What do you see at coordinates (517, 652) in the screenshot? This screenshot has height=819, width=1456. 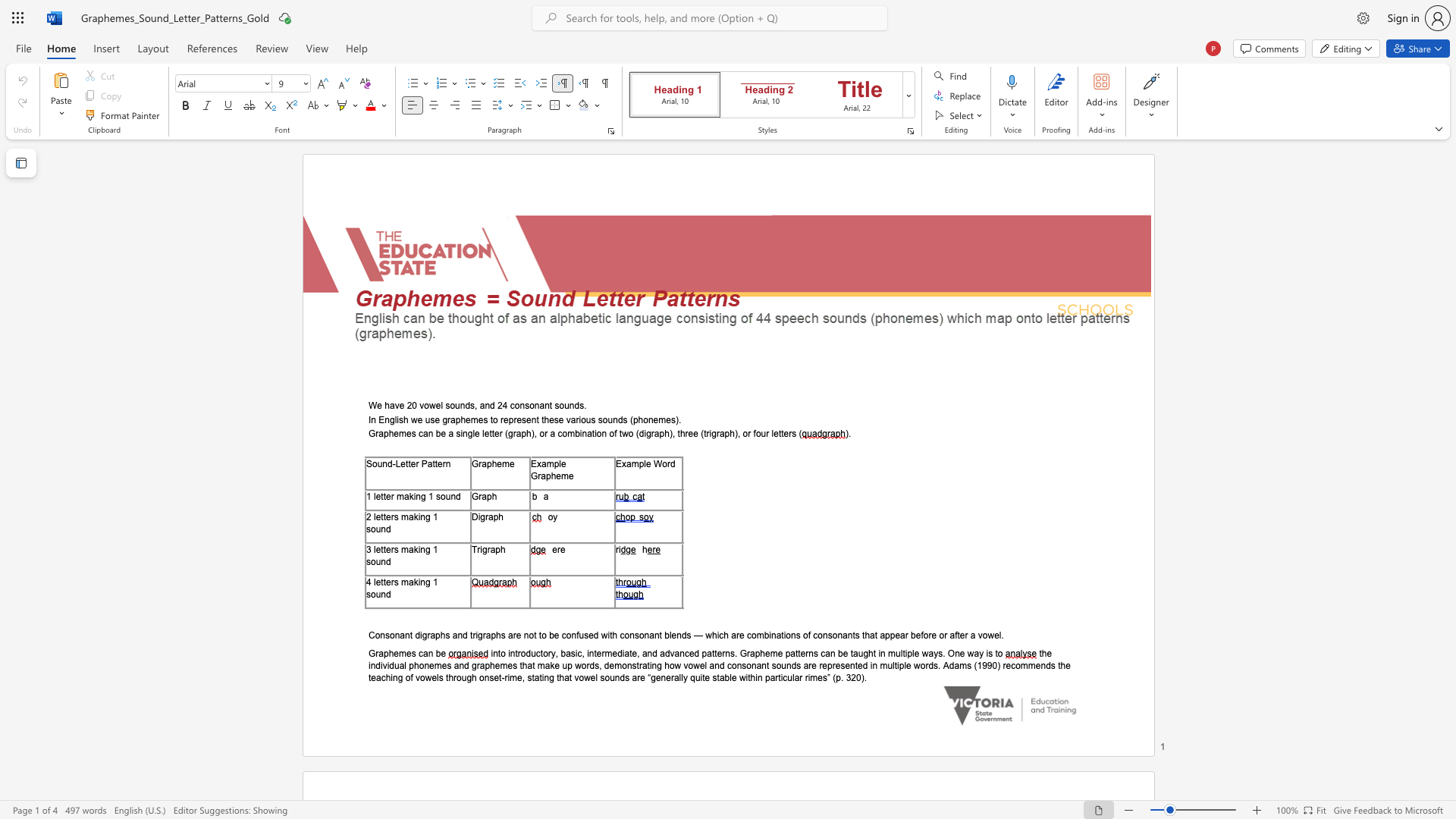 I see `the subset text "roductory, basic, intermediate, and advanced patterns. Graphem" within the text "into introductory, basic, intermediate, and advanced patterns. Grapheme patterns can be taught in multiple ways. One way is to"` at bounding box center [517, 652].